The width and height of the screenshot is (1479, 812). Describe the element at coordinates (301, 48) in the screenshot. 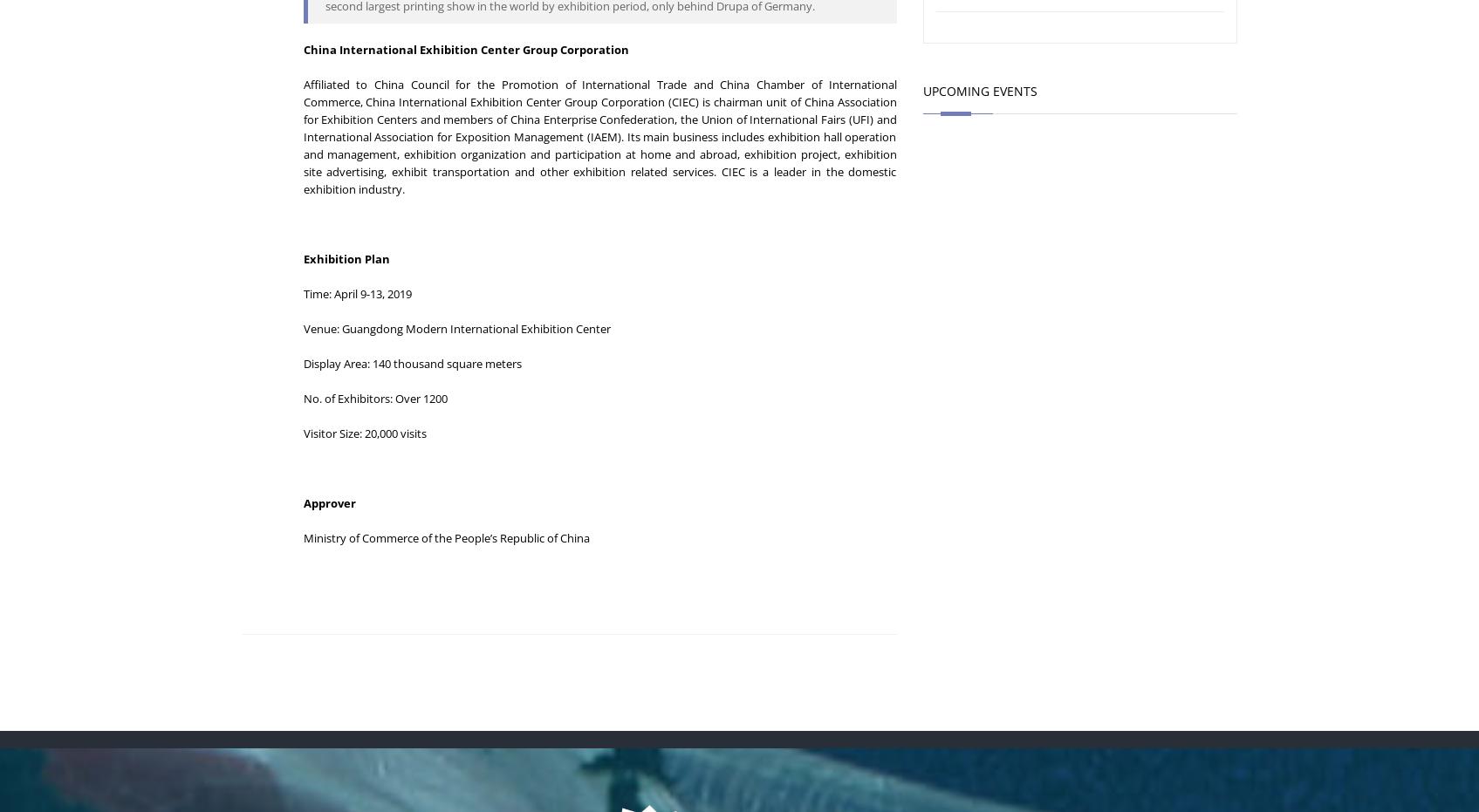

I see `'China International Exhibition Center Group Corporation'` at that location.